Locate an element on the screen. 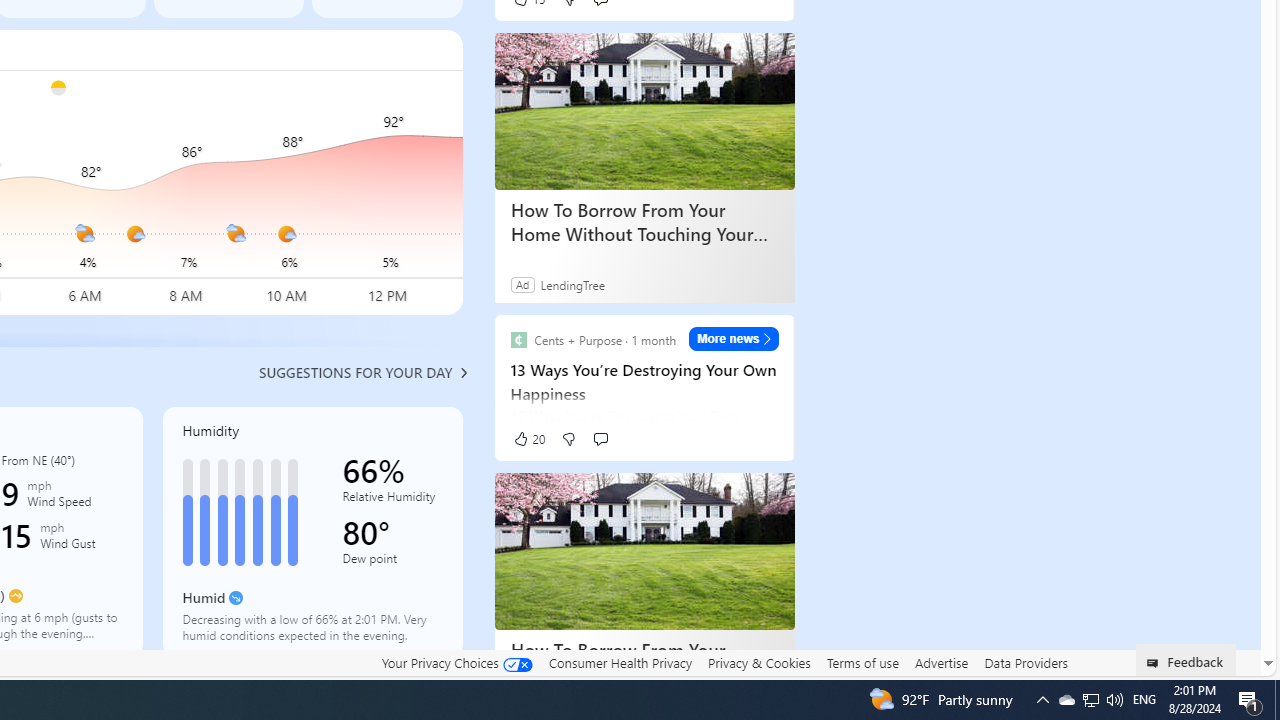 This screenshot has width=1280, height=720. 'Class: feedback_link_icon-DS-EntryPoint1-1' is located at coordinates (1156, 663).